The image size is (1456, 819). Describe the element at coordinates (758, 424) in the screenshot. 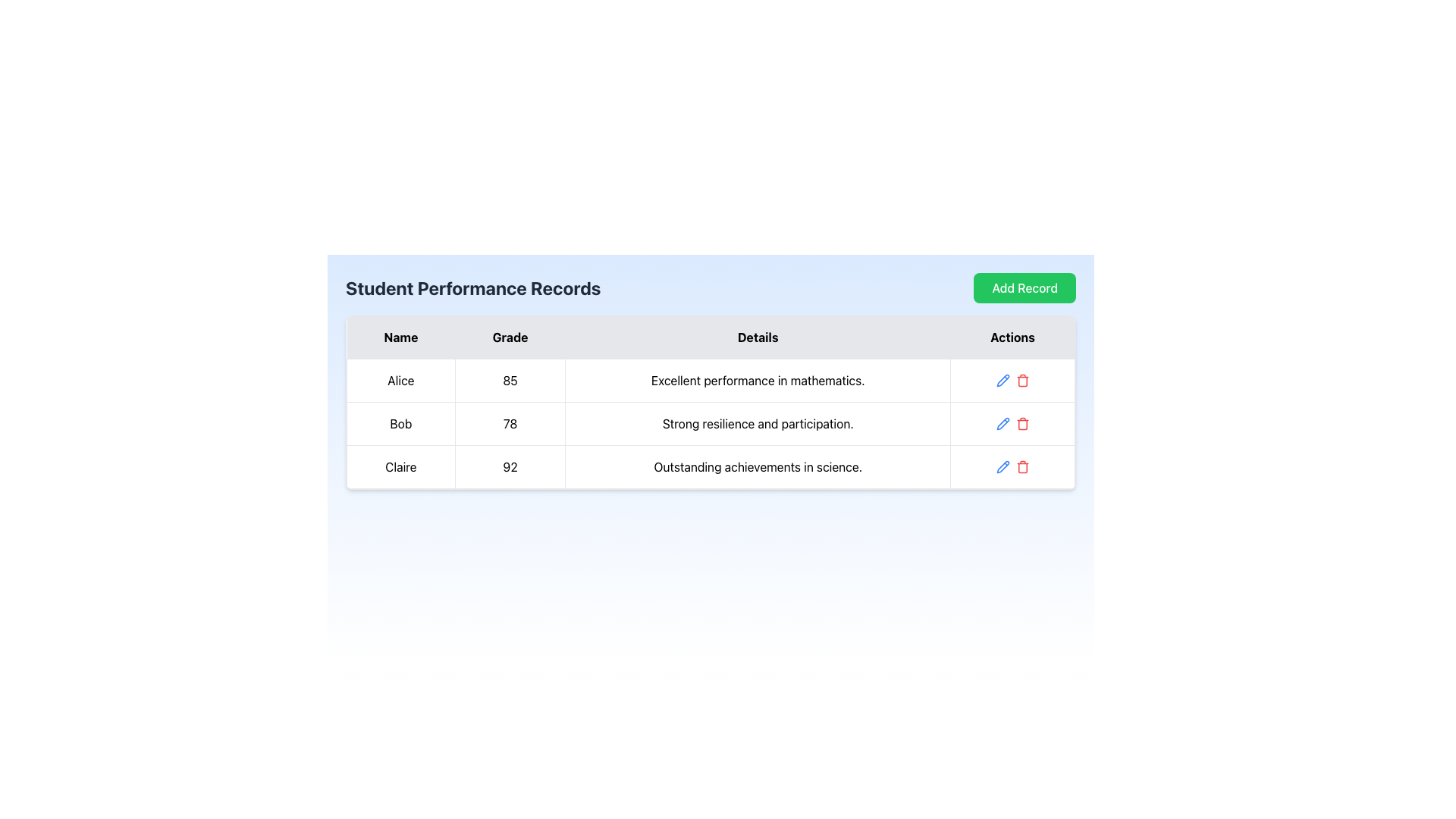

I see `the static text element in the second row of the table, located in the third column under 'Details', adjacent to '78' in the 'Grade' column and action icons on the right` at that location.